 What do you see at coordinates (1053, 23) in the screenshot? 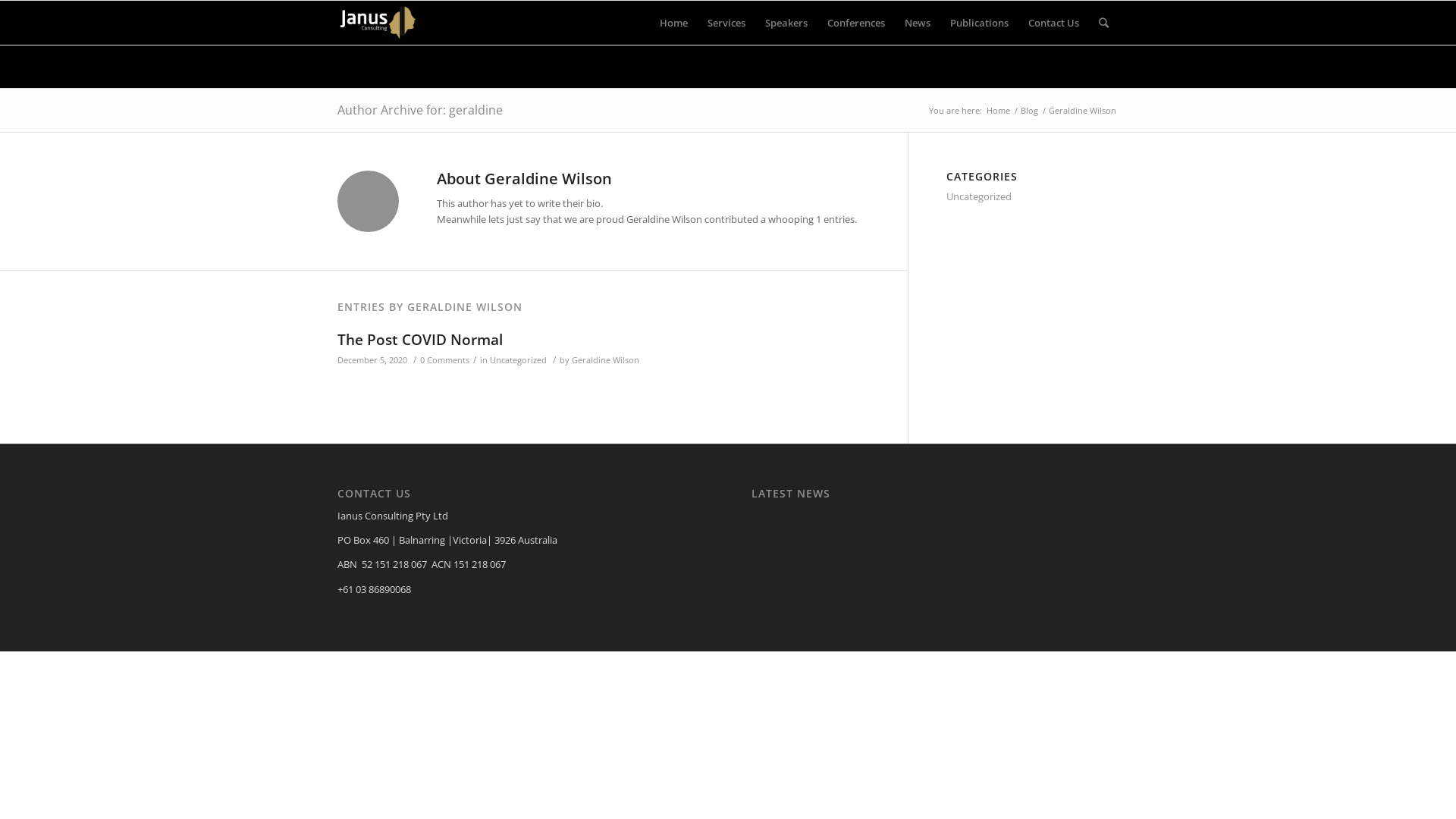
I see `'Contact Us'` at bounding box center [1053, 23].